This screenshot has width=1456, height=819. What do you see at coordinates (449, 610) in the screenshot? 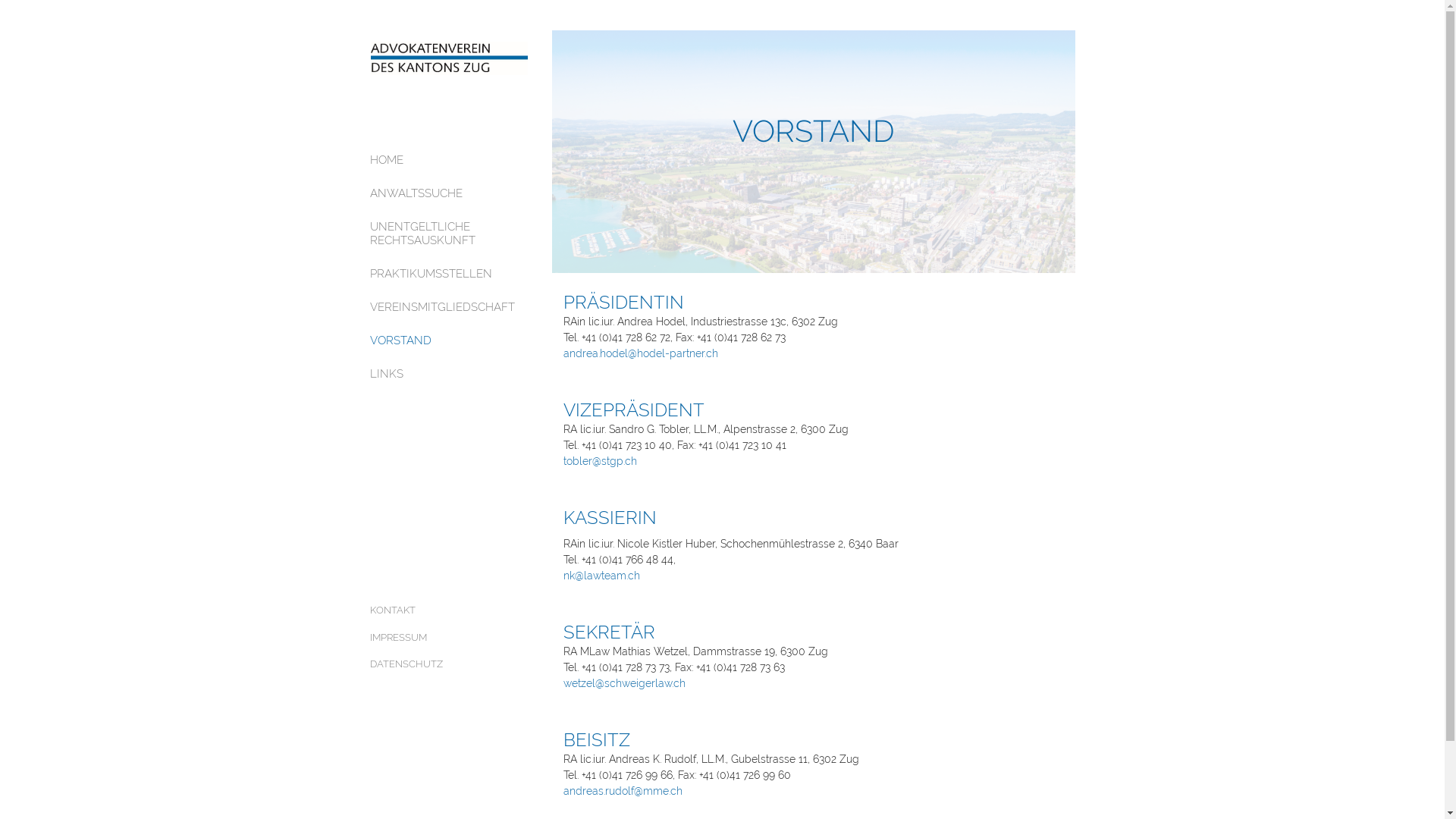
I see `'KONTAKT'` at bounding box center [449, 610].